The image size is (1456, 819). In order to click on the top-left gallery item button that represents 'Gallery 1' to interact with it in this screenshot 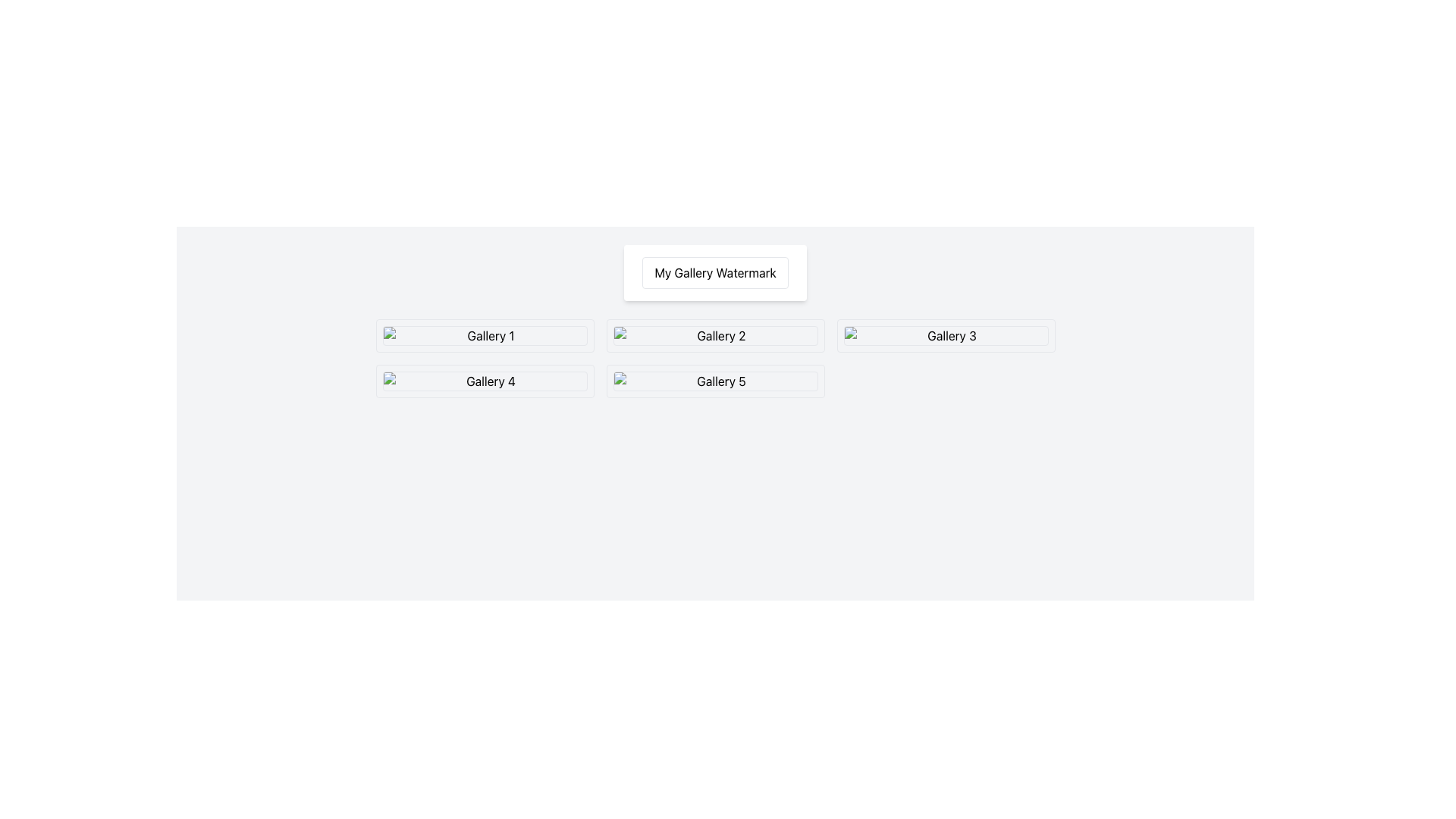, I will do `click(484, 335)`.